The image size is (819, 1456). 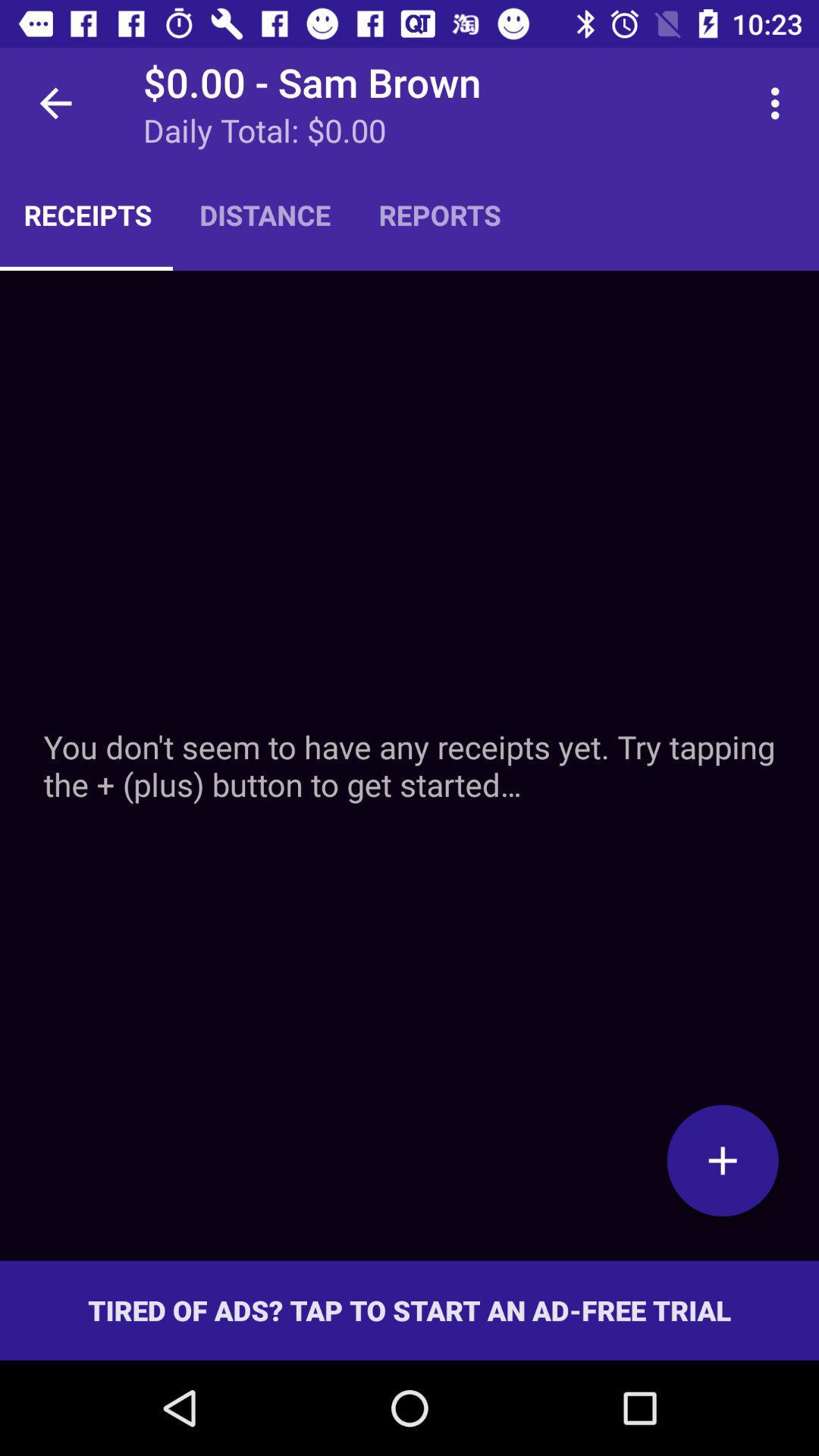 I want to click on icon at the top right corner, so click(x=779, y=102).